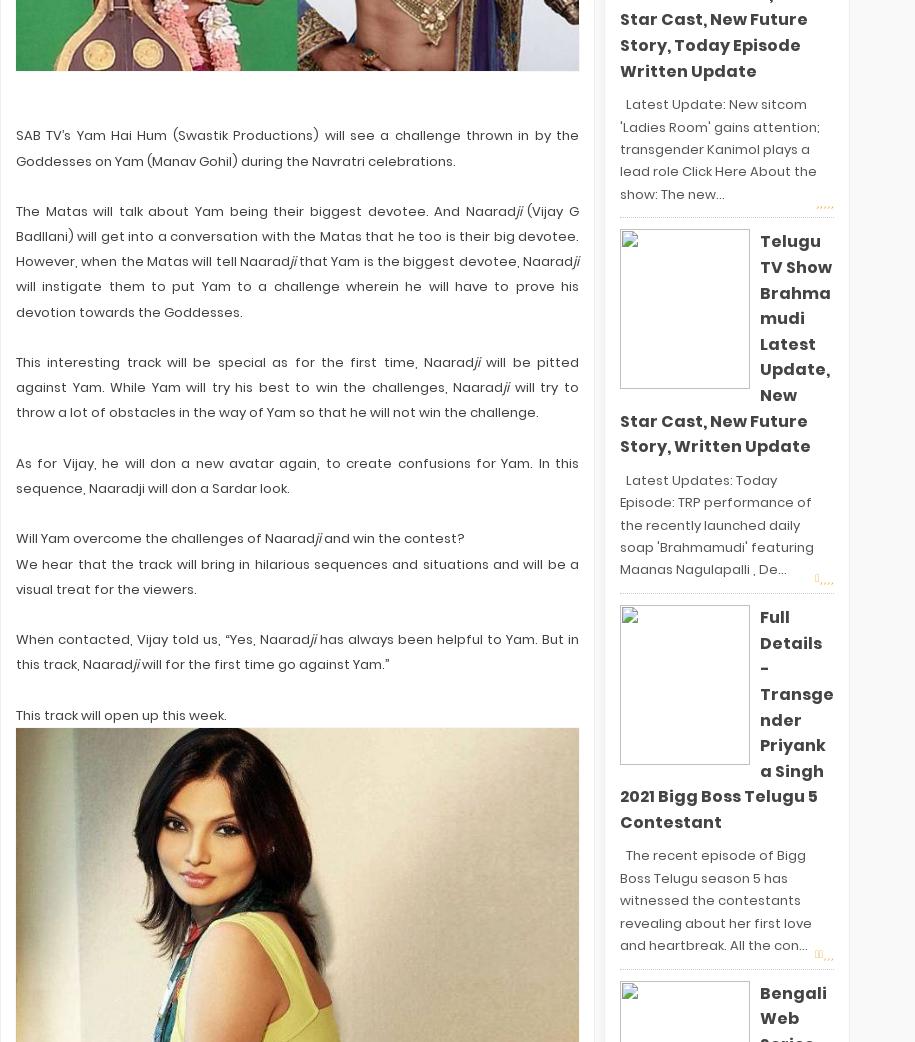 This screenshot has height=1042, width=915. What do you see at coordinates (16, 475) in the screenshot?
I see `'As for Vijay, he will don a new avatar again, to create confusions for Yam. In this sequence, Naaradji will don a Sardar look.'` at bounding box center [16, 475].